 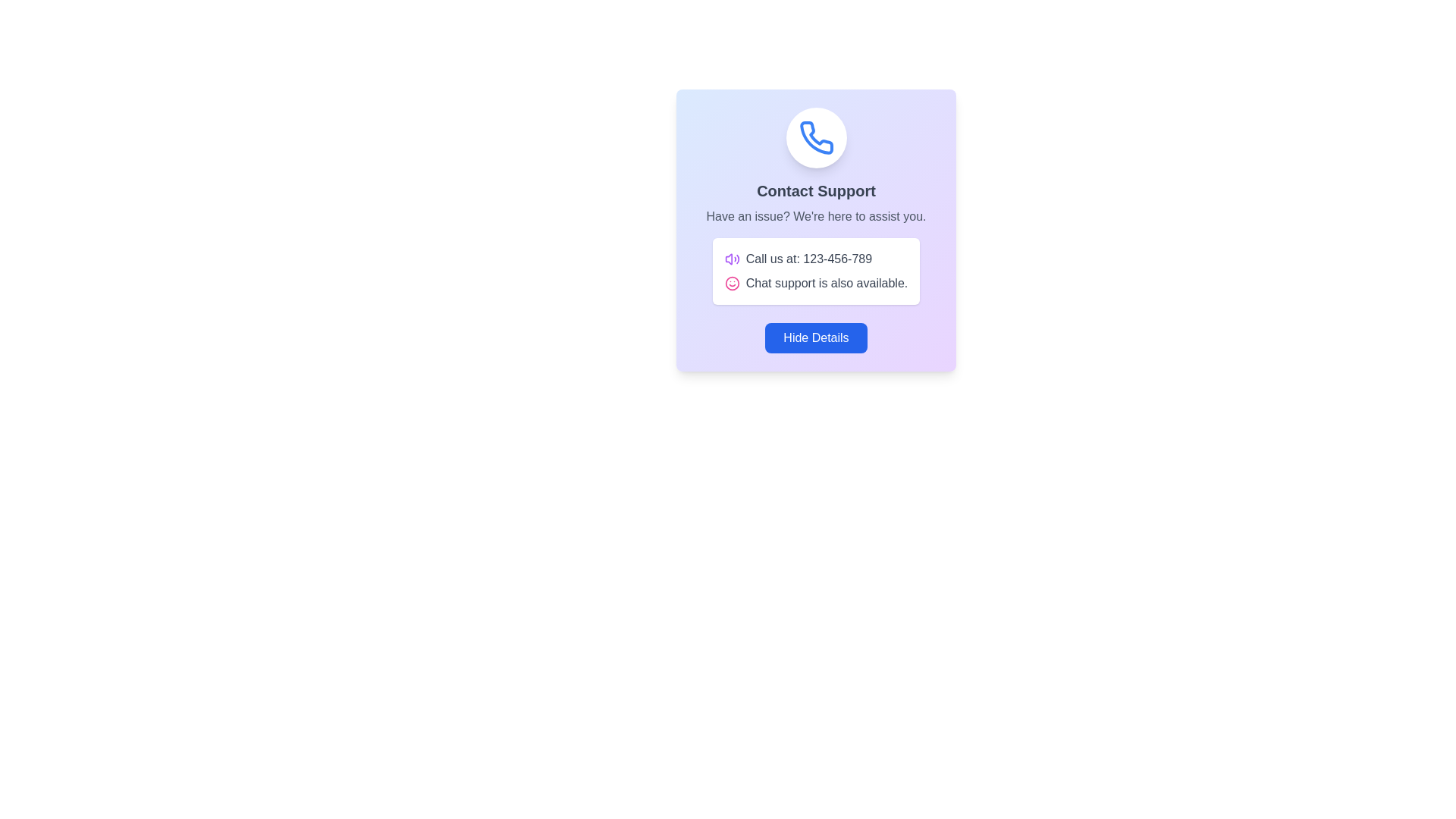 I want to click on the topmost circular icon labeled 'Contact Support' which indicates contact or support assistance, surrounded by a light purple background, so click(x=815, y=137).